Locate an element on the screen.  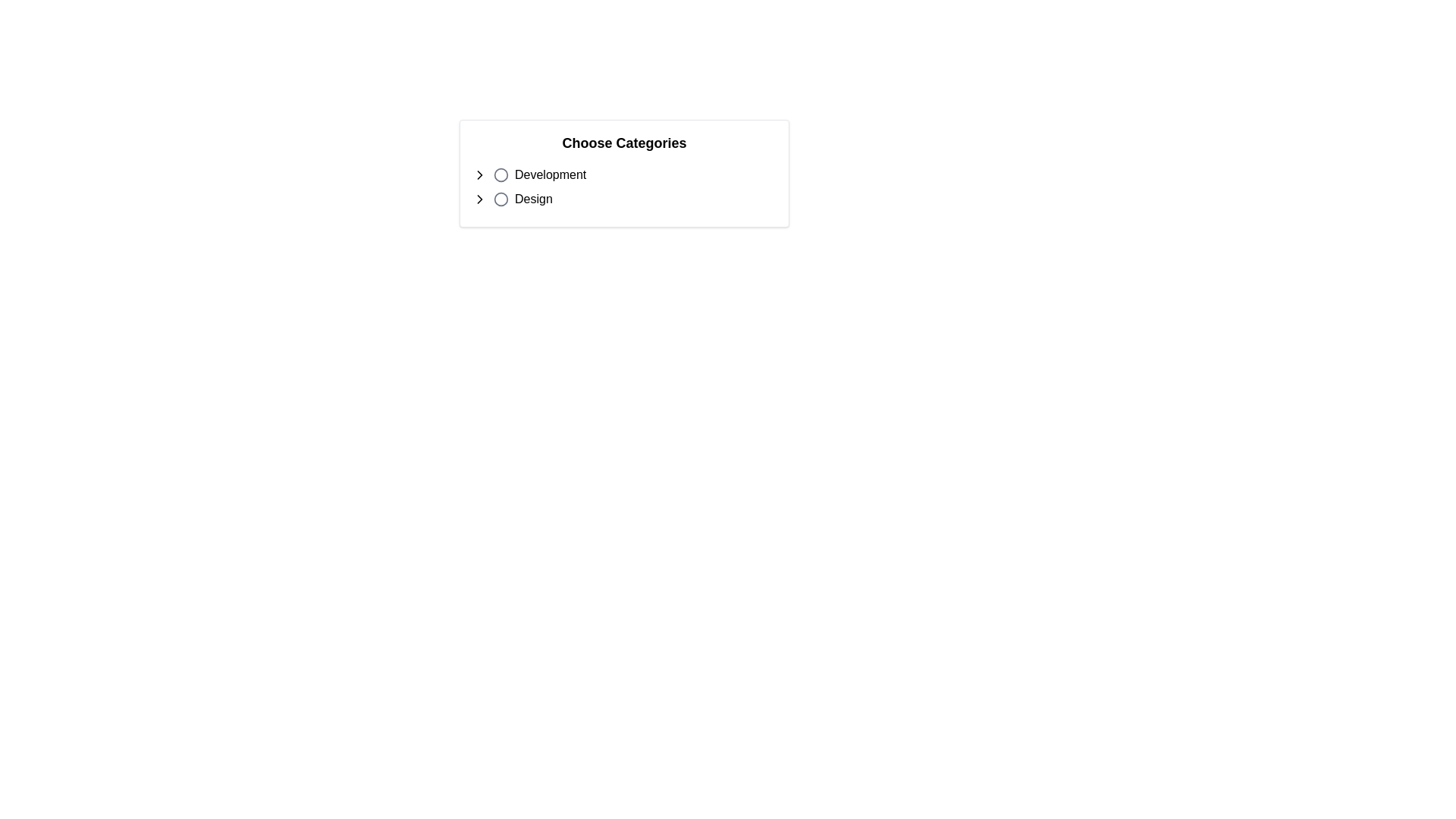
the second radio button is located at coordinates (501, 198).